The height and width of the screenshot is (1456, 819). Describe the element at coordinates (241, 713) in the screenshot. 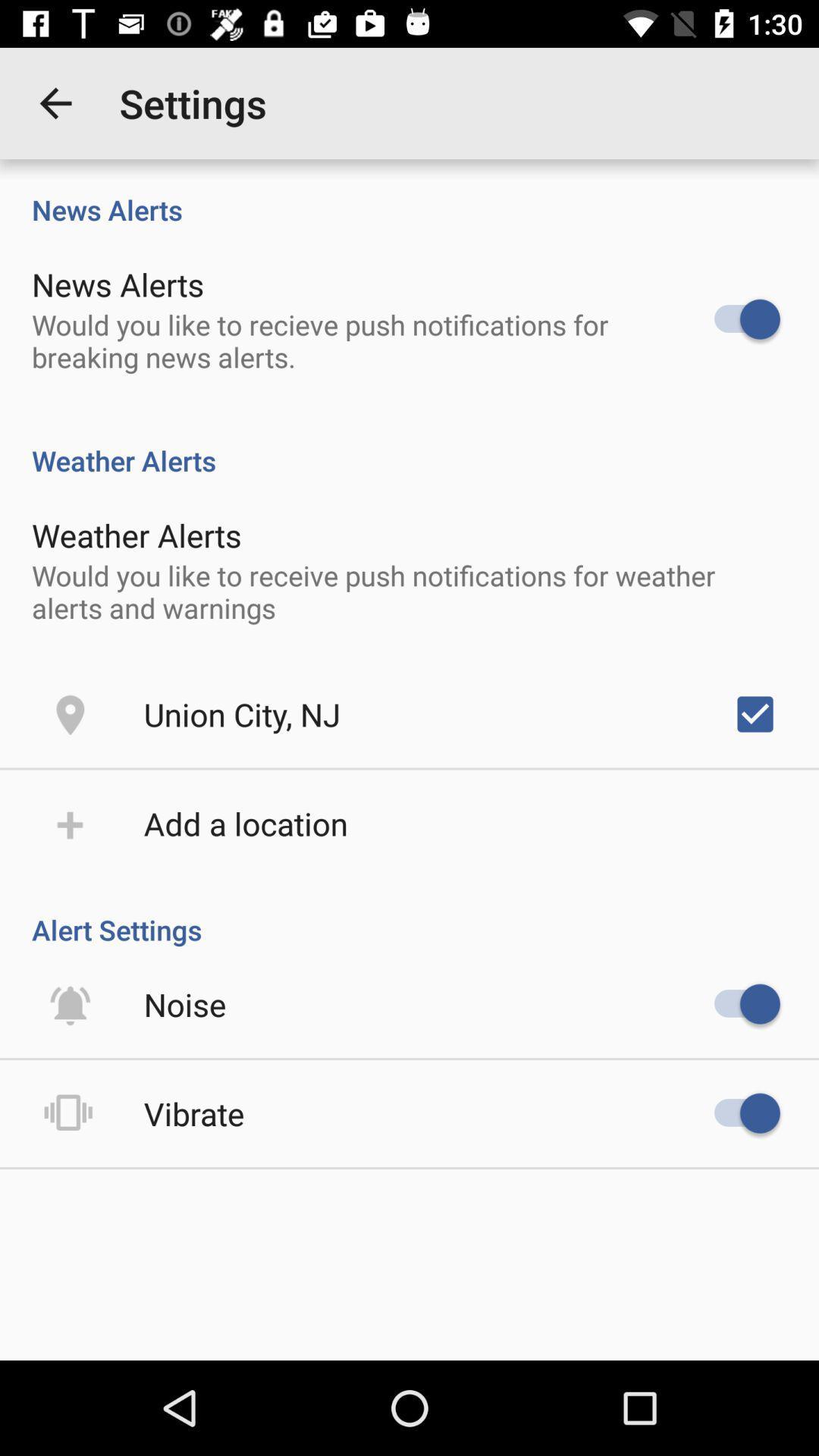

I see `the union city, nj icon` at that location.